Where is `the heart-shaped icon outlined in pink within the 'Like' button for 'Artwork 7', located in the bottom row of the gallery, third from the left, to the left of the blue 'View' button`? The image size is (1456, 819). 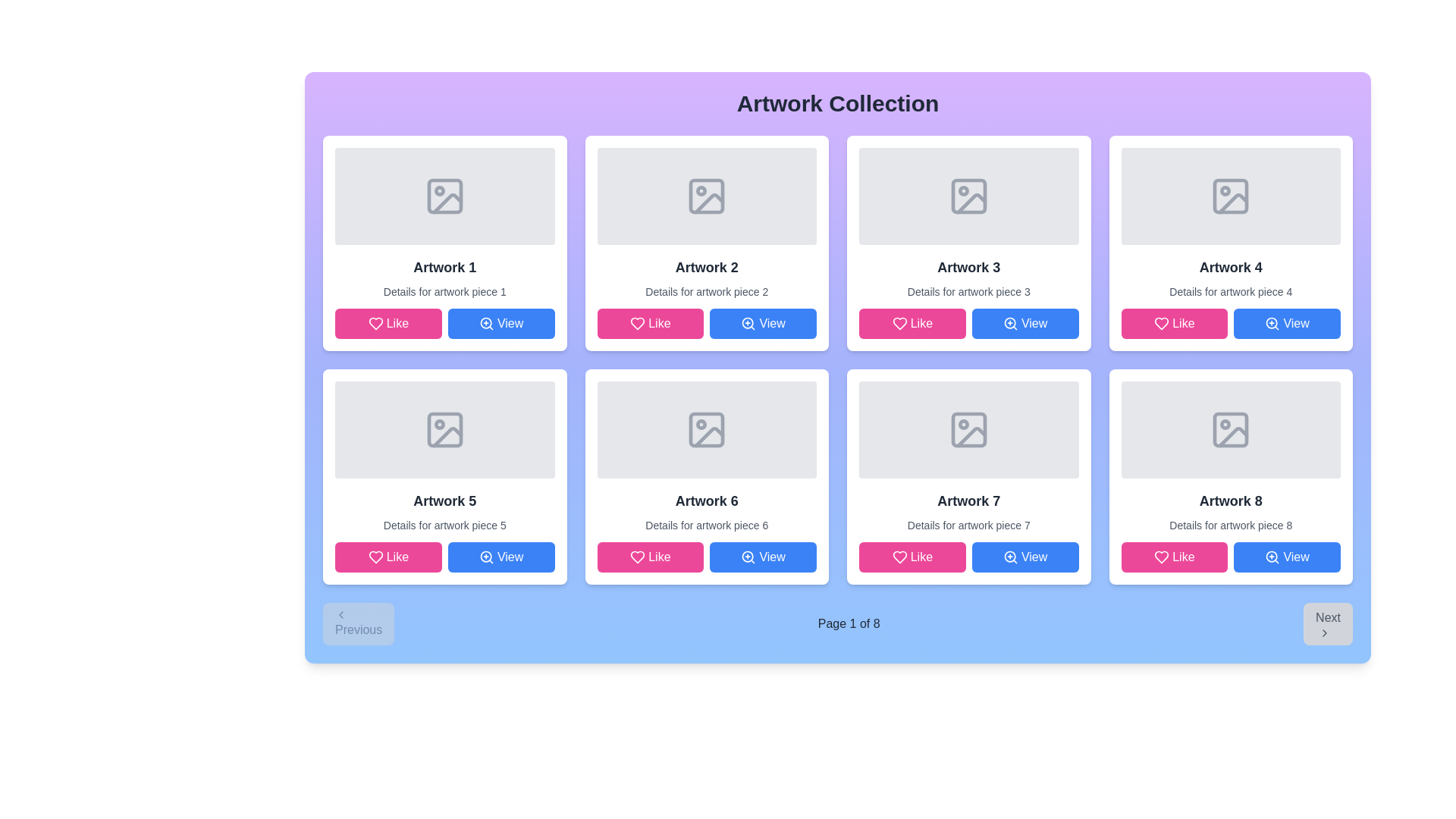 the heart-shaped icon outlined in pink within the 'Like' button for 'Artwork 7', located in the bottom row of the gallery, third from the left, to the left of the blue 'View' button is located at coordinates (899, 557).